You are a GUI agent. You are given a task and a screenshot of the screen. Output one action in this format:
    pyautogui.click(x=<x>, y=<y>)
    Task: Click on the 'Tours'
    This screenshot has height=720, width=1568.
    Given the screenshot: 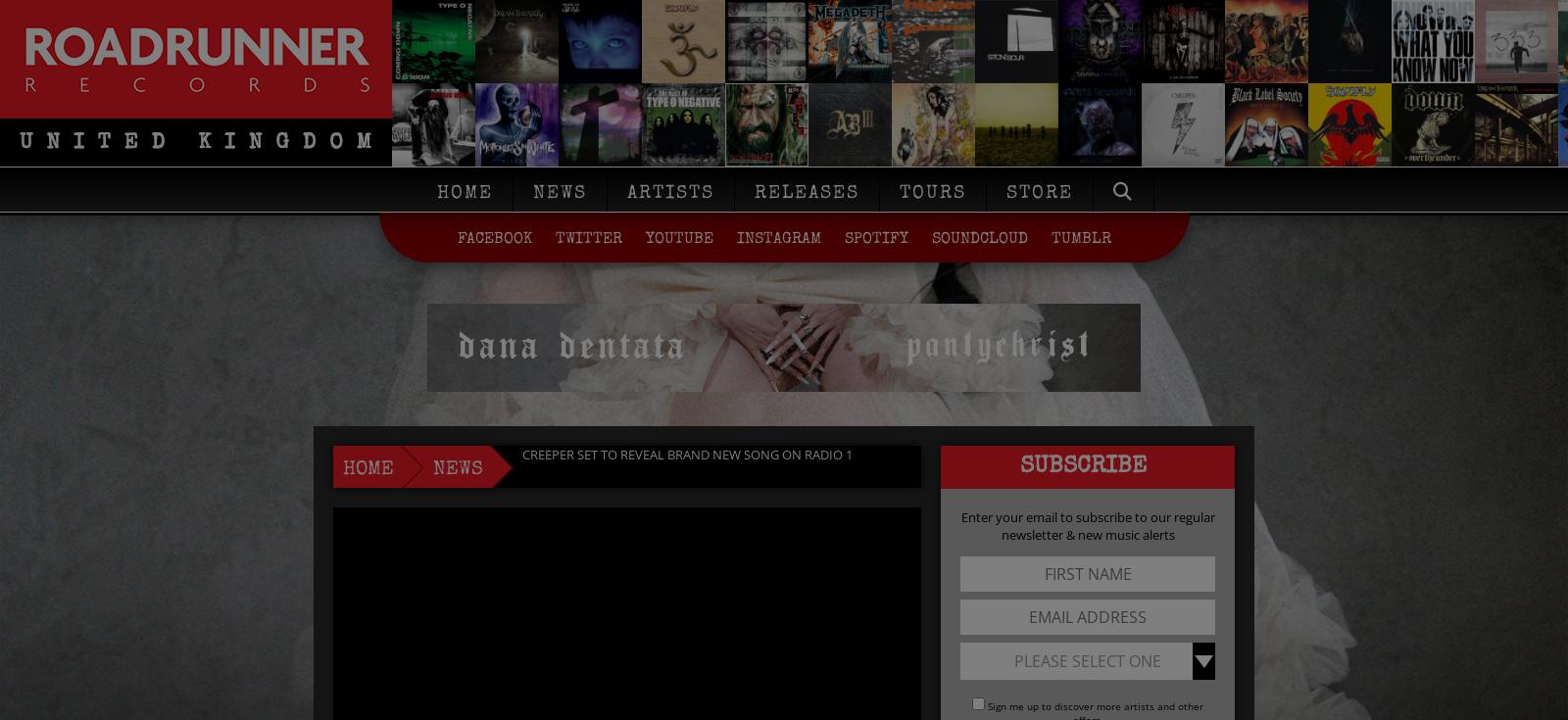 What is the action you would take?
    pyautogui.click(x=898, y=194)
    